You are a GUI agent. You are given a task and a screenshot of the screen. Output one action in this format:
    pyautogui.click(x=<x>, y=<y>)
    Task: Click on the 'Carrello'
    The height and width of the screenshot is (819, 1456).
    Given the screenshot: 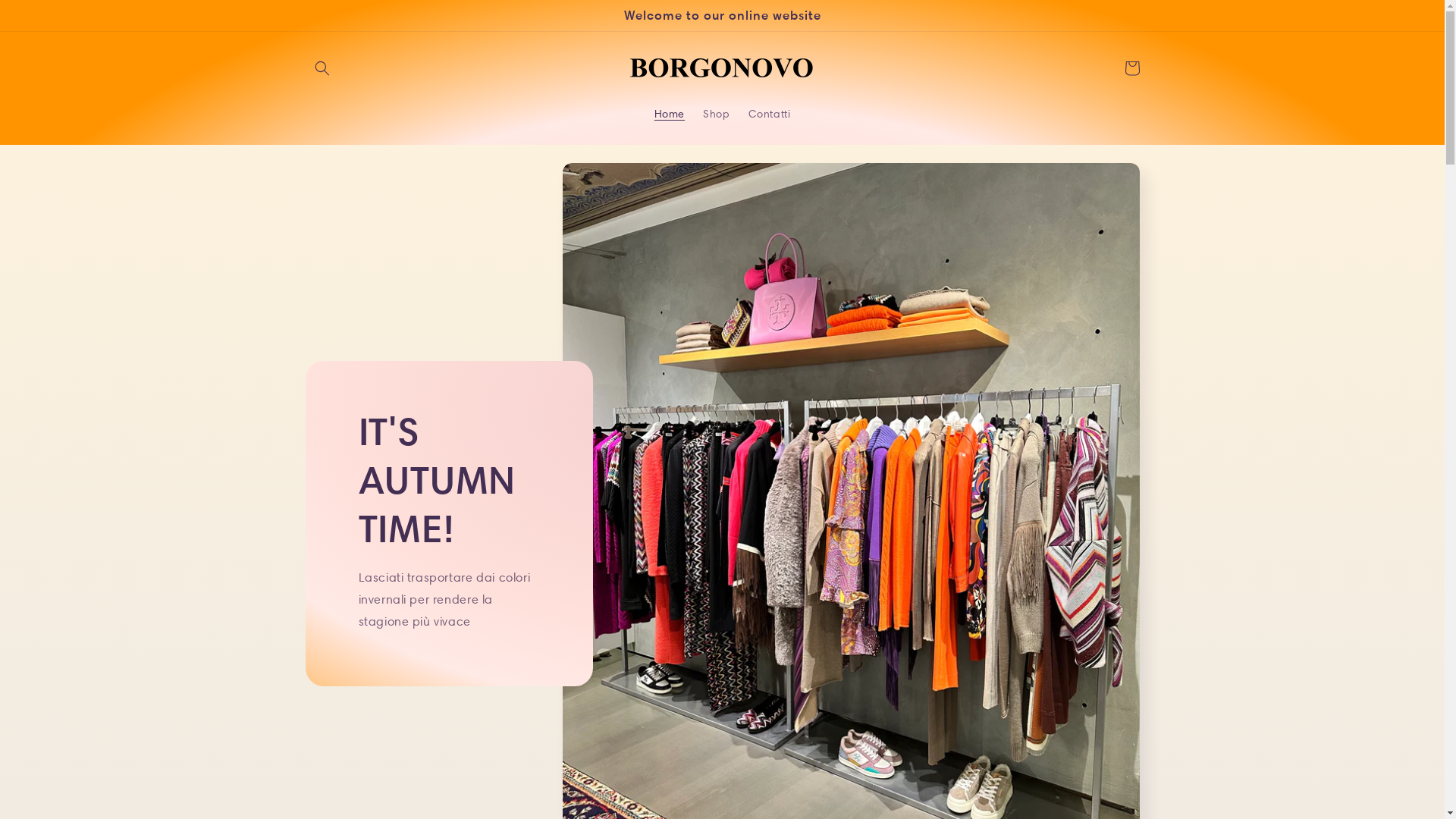 What is the action you would take?
    pyautogui.click(x=1131, y=67)
    